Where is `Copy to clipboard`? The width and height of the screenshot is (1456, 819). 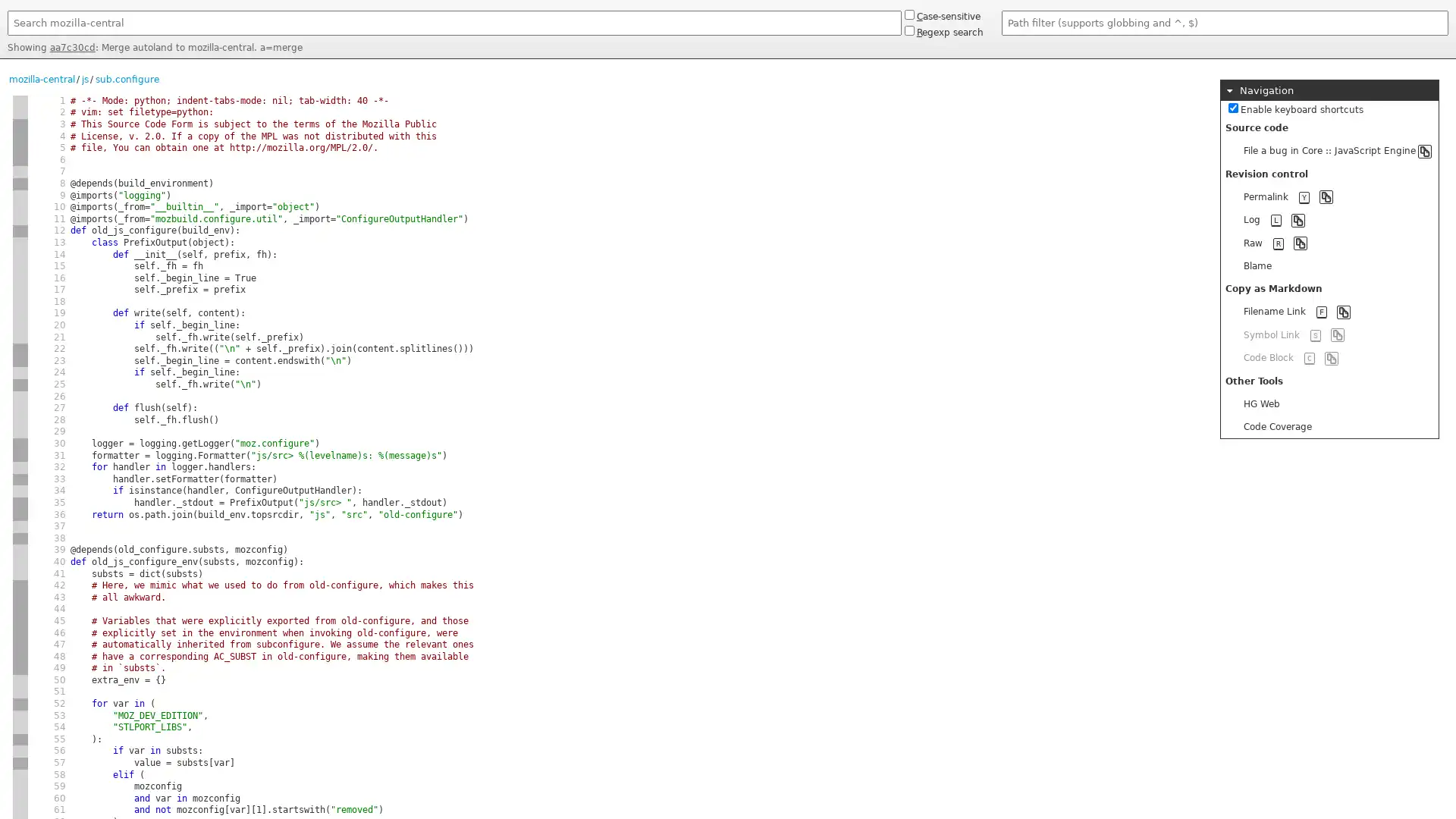 Copy to clipboard is located at coordinates (1298, 219).